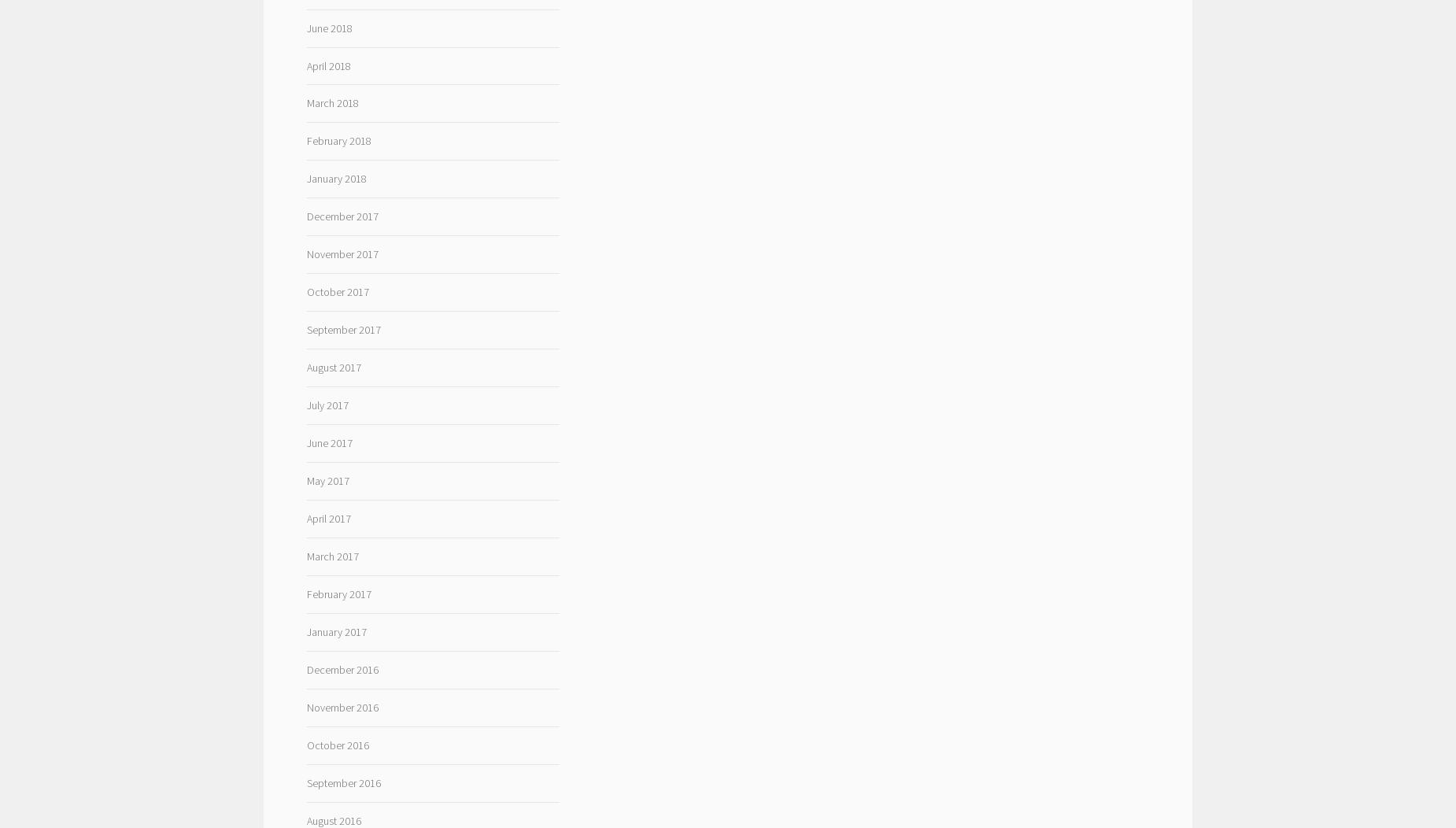 The width and height of the screenshot is (1456, 828). I want to click on 'January 2017', so click(334, 631).